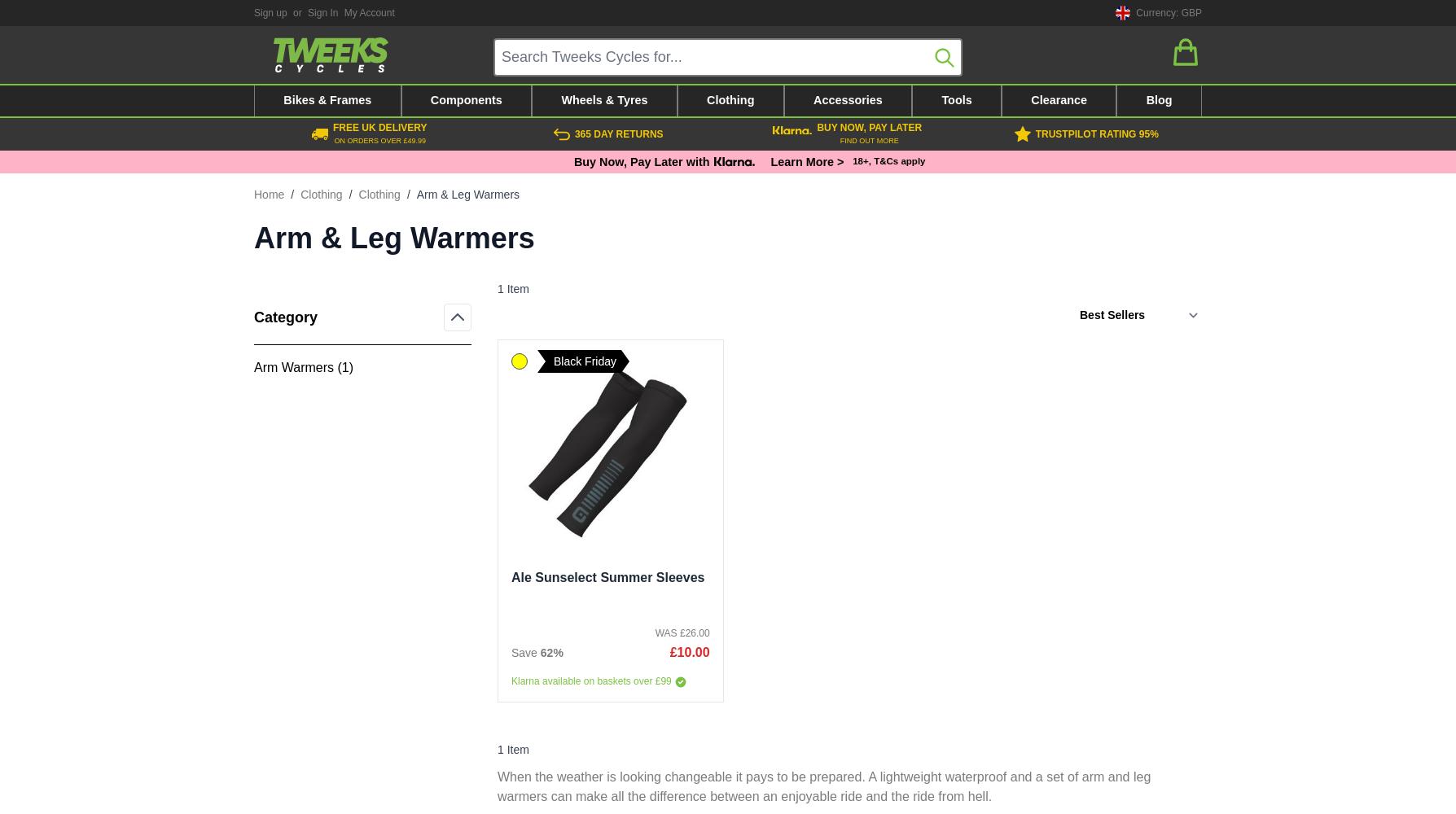 The height and width of the screenshot is (814, 1456). What do you see at coordinates (296, 366) in the screenshot?
I see `'Arm Warmers                                            ('` at bounding box center [296, 366].